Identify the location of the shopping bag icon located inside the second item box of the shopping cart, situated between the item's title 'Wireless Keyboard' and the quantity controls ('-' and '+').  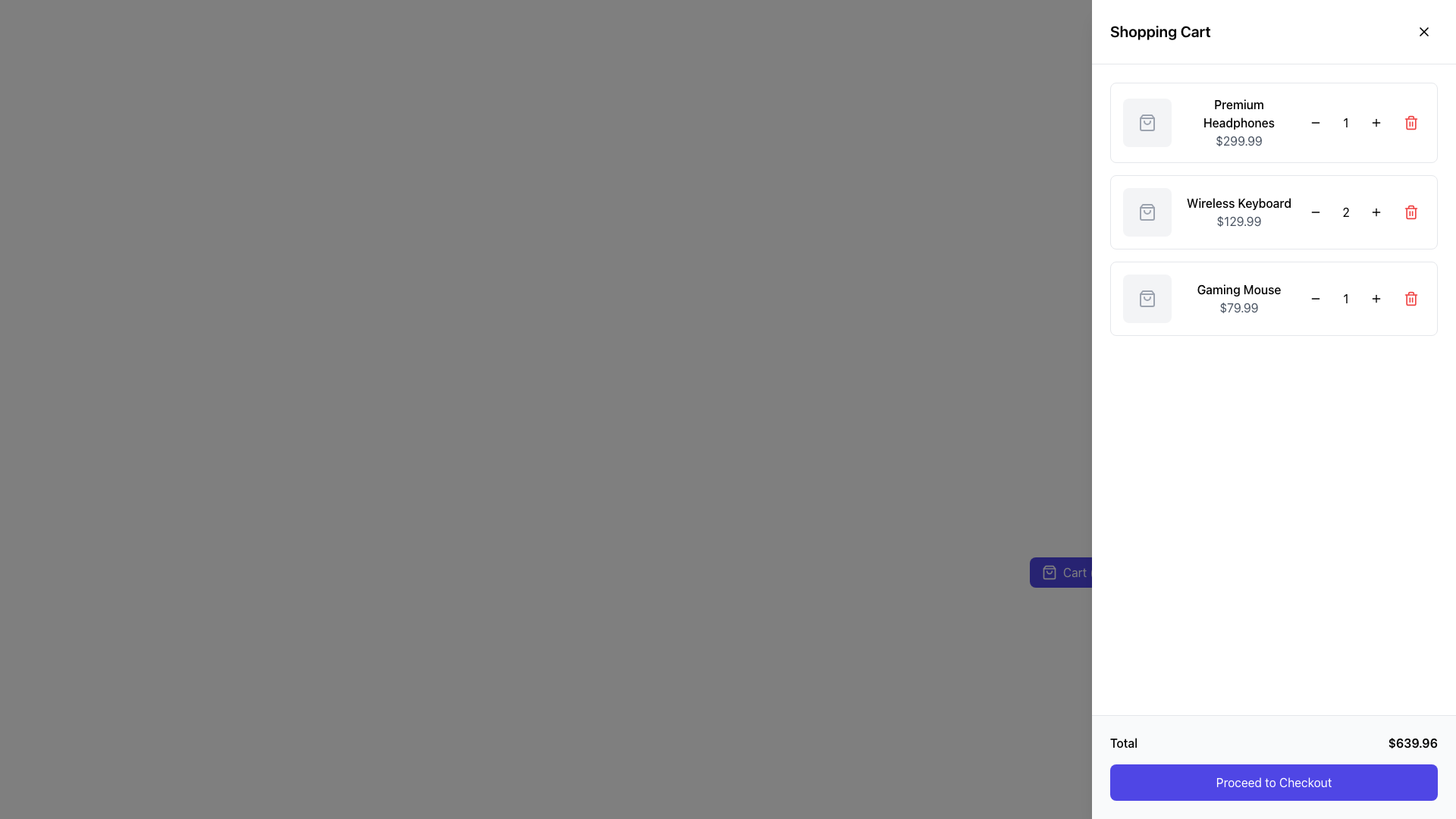
(1147, 212).